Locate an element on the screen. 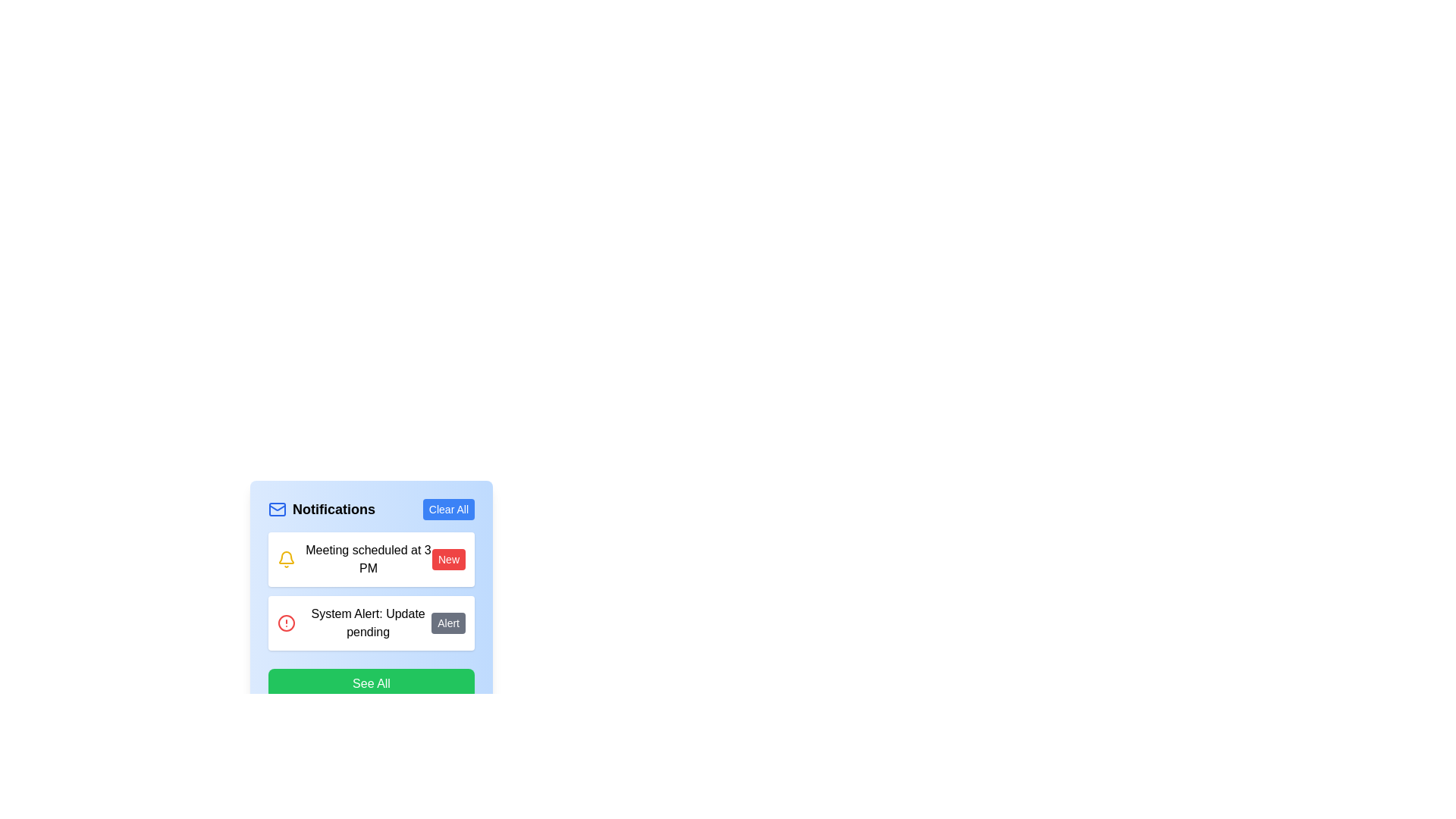  the graphical icon element that represents the flap of an envelope, commonly used to symbolize emails or messages is located at coordinates (277, 507).